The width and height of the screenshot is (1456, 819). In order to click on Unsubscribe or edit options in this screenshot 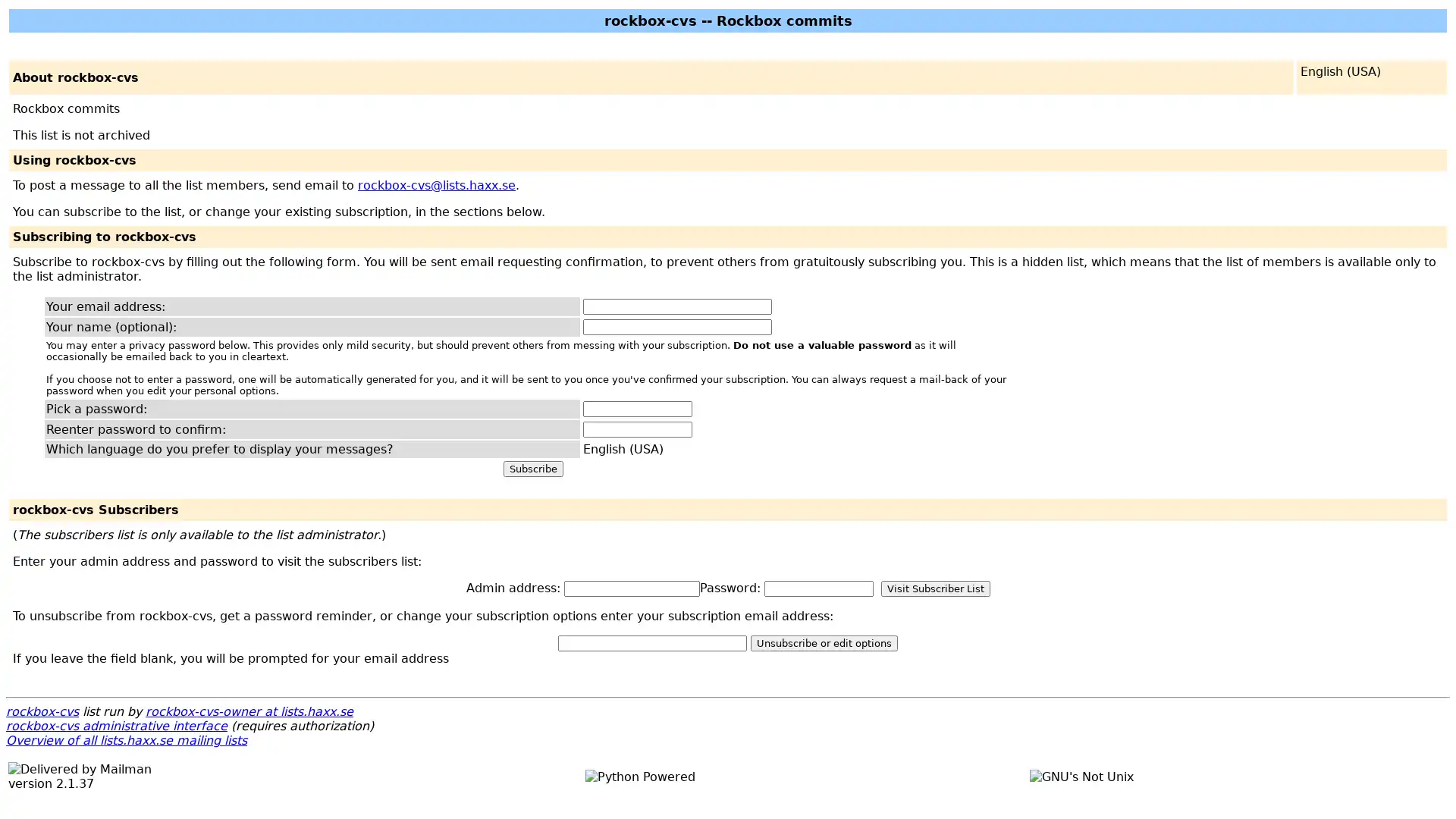, I will do `click(823, 643)`.